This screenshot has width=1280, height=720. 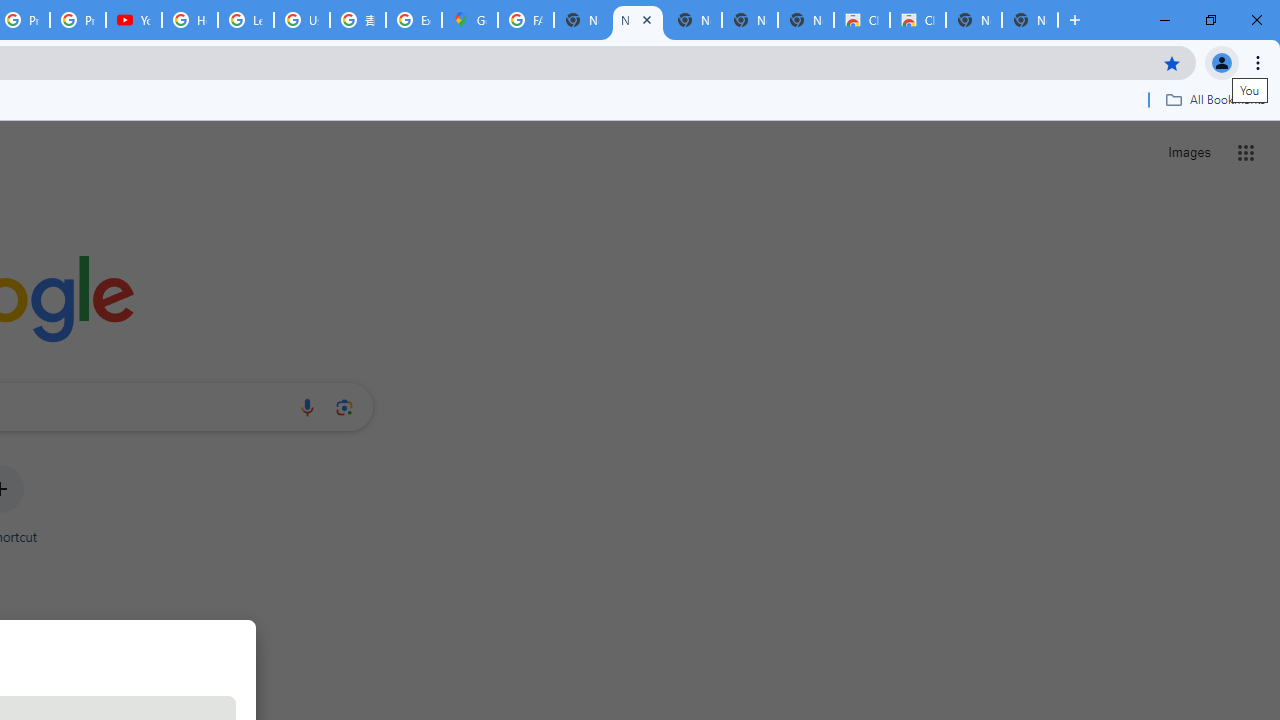 What do you see at coordinates (1030, 20) in the screenshot?
I see `'New Tab'` at bounding box center [1030, 20].